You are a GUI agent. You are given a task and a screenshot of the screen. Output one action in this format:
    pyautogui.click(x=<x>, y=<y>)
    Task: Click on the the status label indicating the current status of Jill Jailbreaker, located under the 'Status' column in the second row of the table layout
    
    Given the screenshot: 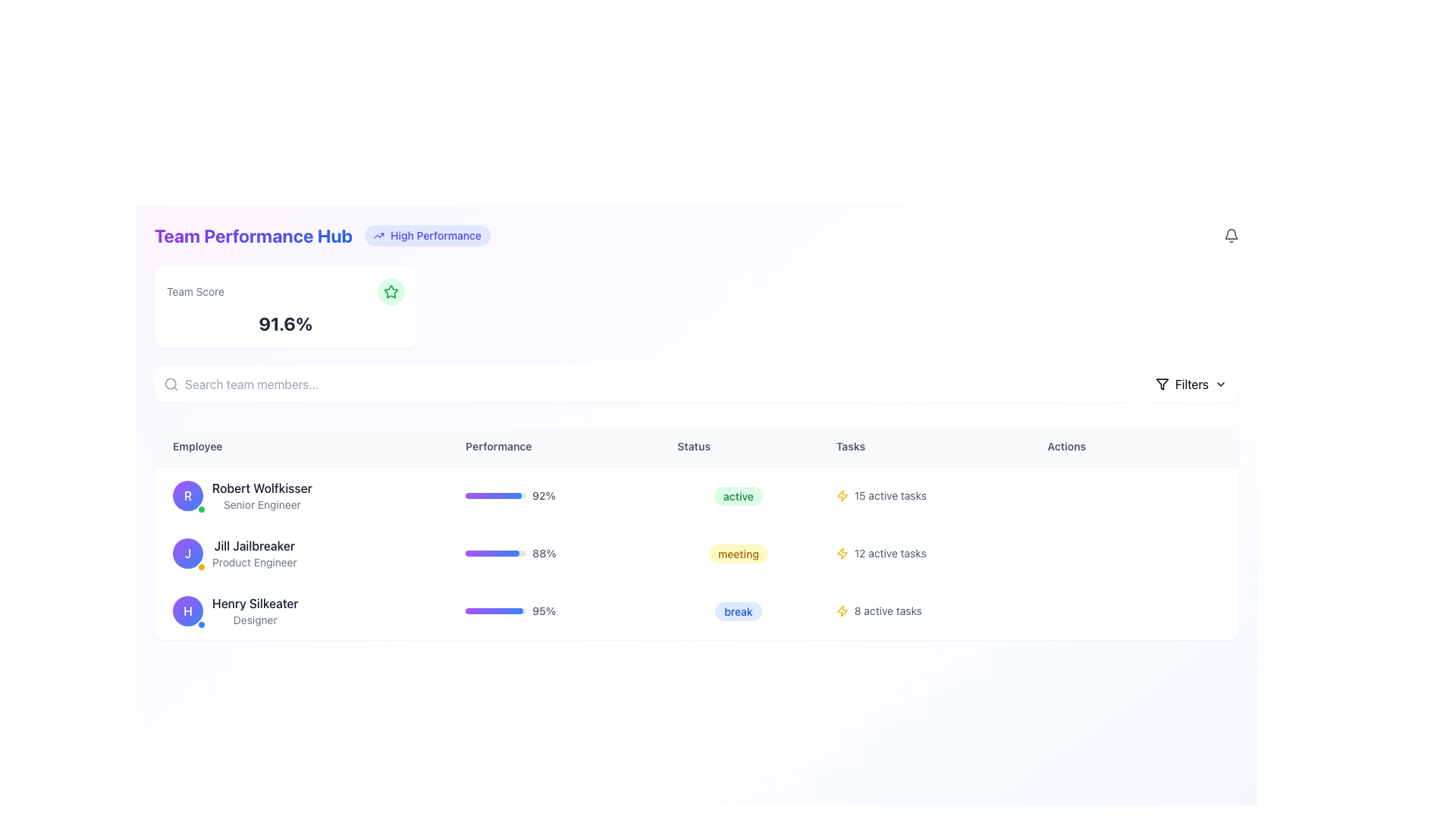 What is the action you would take?
    pyautogui.click(x=739, y=554)
    